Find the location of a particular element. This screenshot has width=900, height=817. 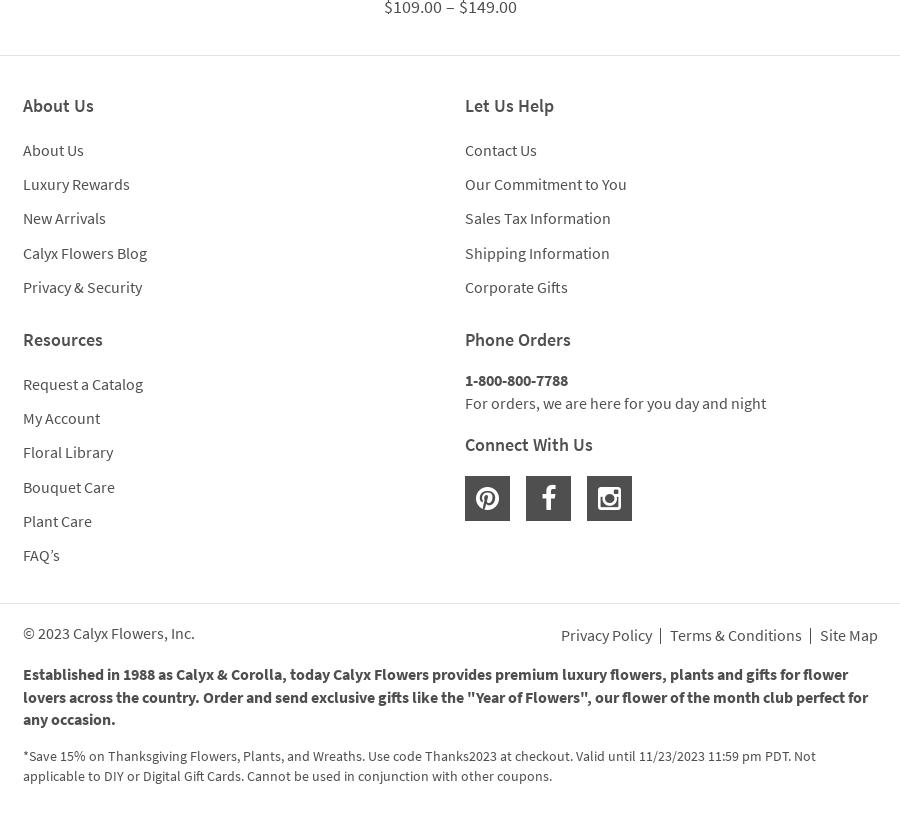

'Our Commitment to You' is located at coordinates (545, 182).